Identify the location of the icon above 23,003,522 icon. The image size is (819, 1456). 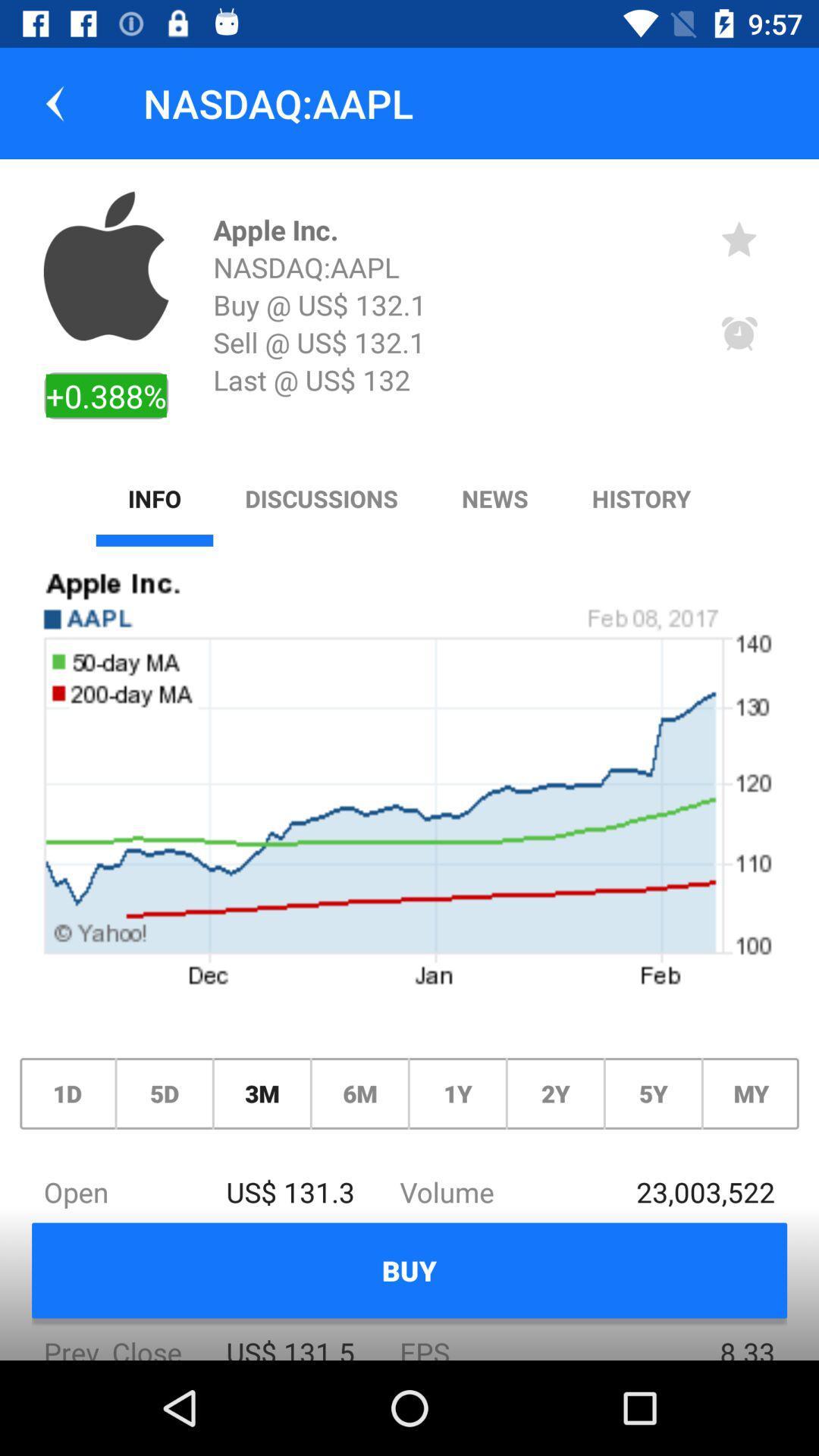
(751, 1094).